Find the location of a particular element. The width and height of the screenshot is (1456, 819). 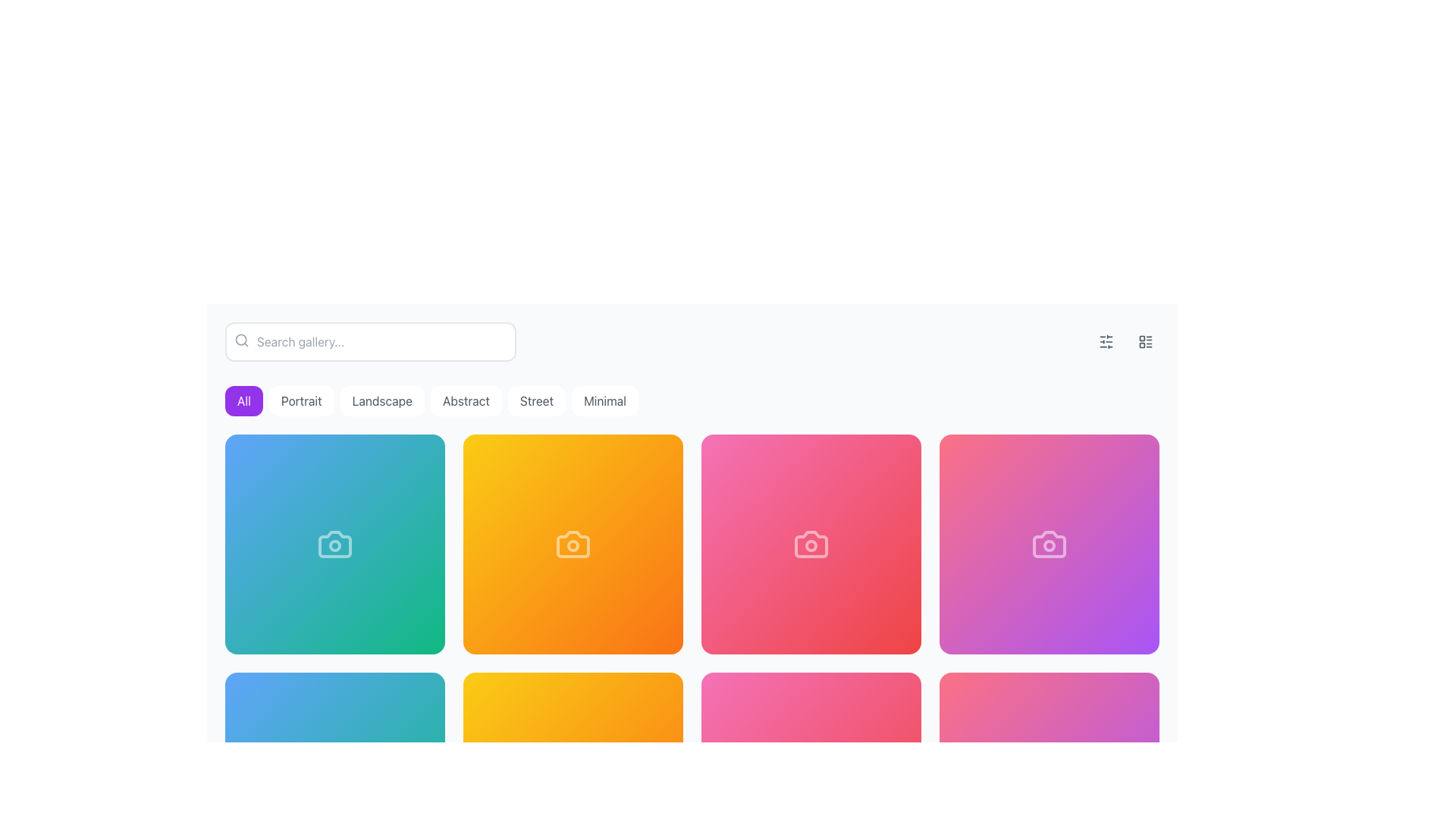

the second button in a horizontal group of six buttons, which serves as a filter option for 'Portrait' items in the gallery is located at coordinates (301, 400).